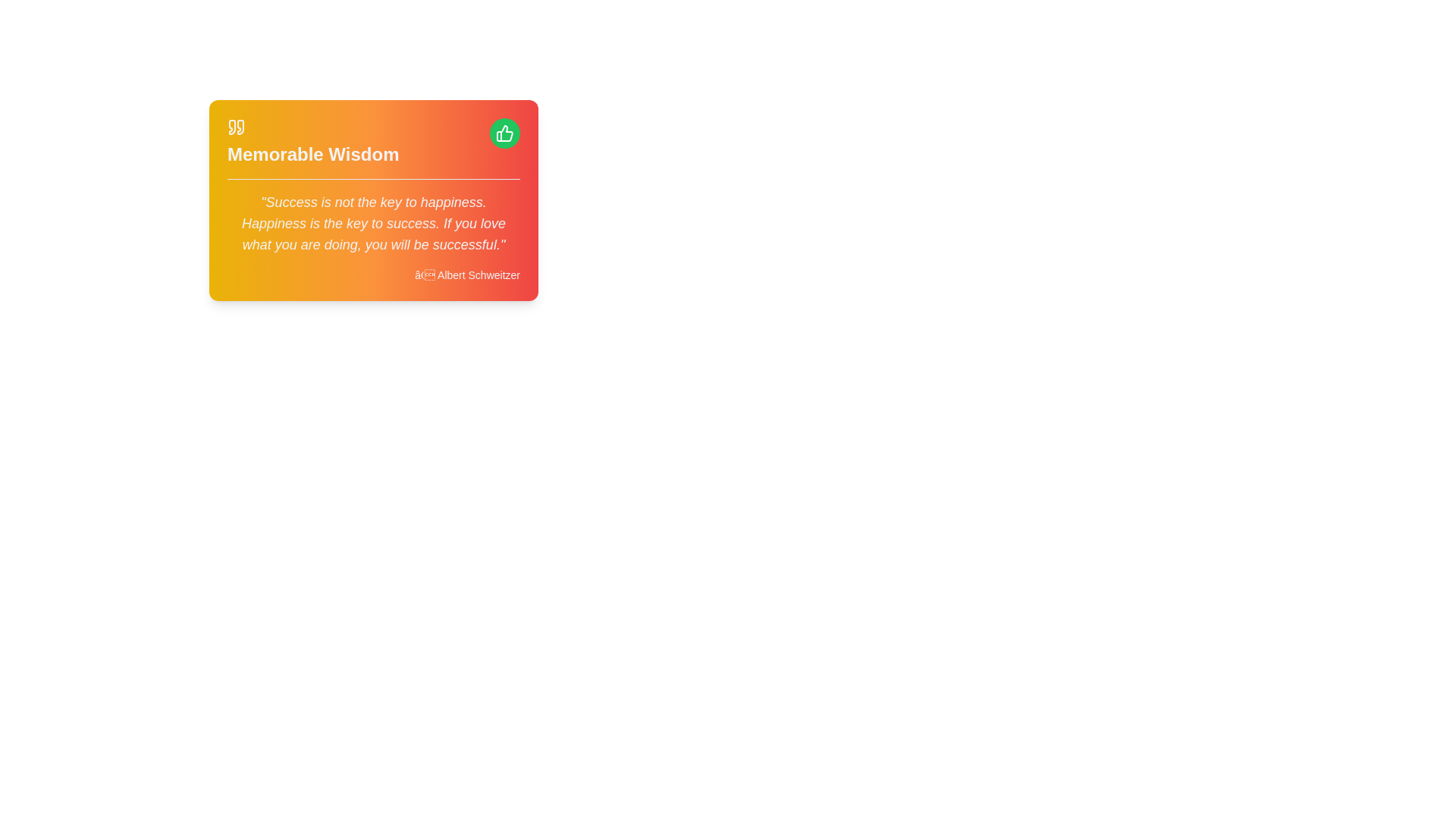  What do you see at coordinates (374, 149) in the screenshot?
I see `text content of the Header text located at the top of the card layout, which summarizes the theme or purpose of the card` at bounding box center [374, 149].